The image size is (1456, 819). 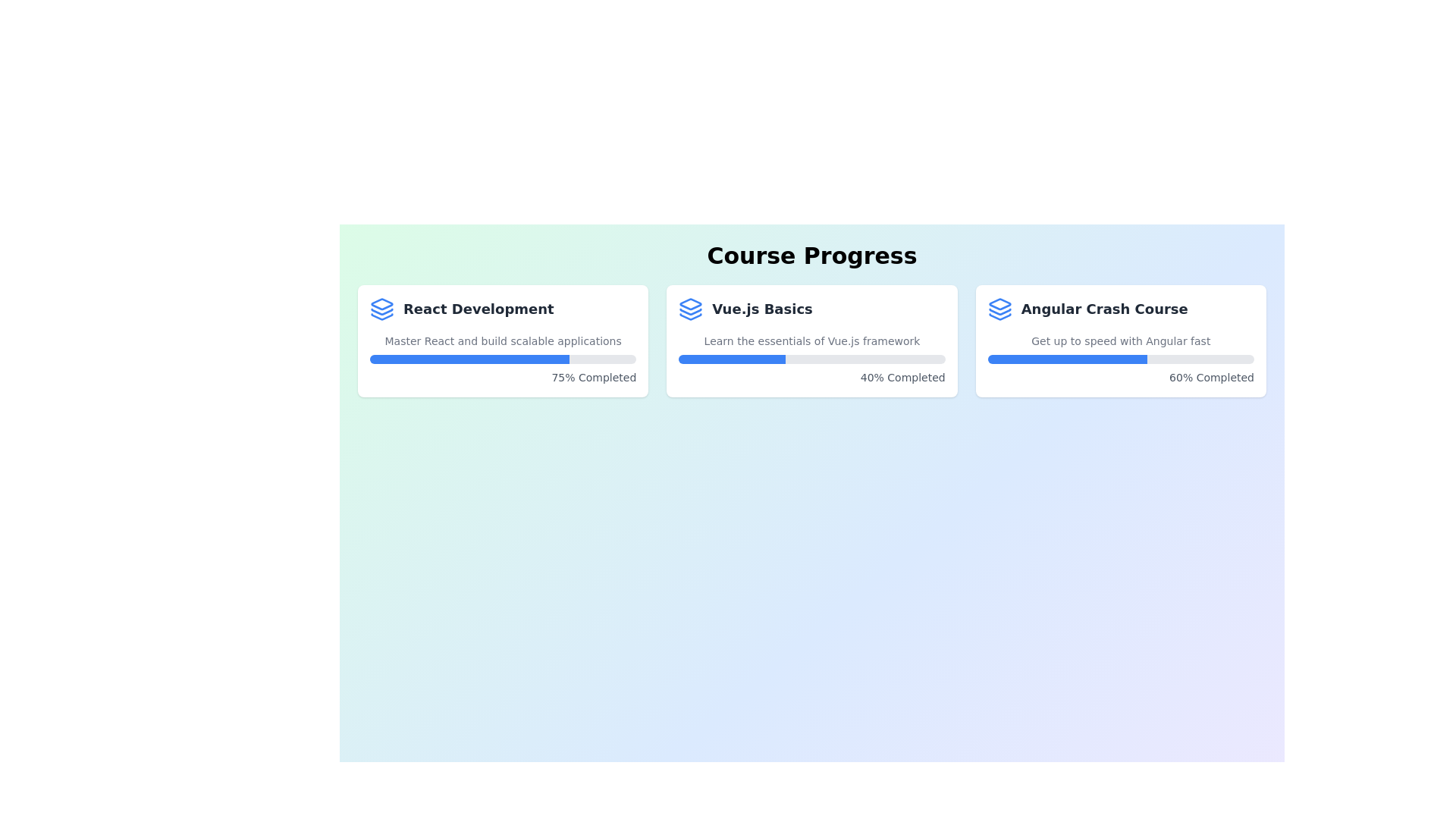 I want to click on the course card for Vue.js Basics, so click(x=811, y=341).